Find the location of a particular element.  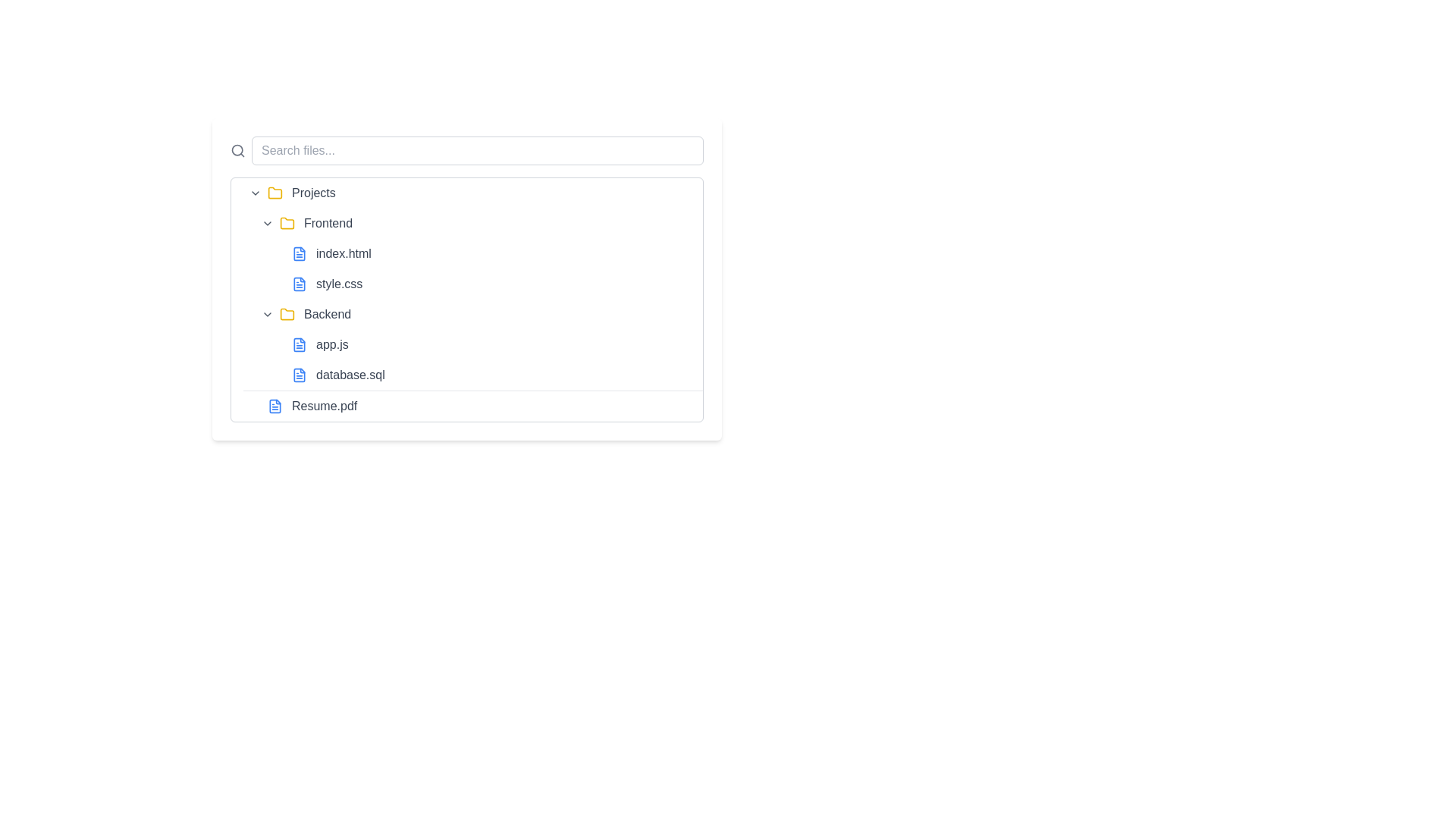

the icon representing the 'app.js' file located to the left of the text 'app.js' in the file list under the 'Backend' folder is located at coordinates (299, 345).